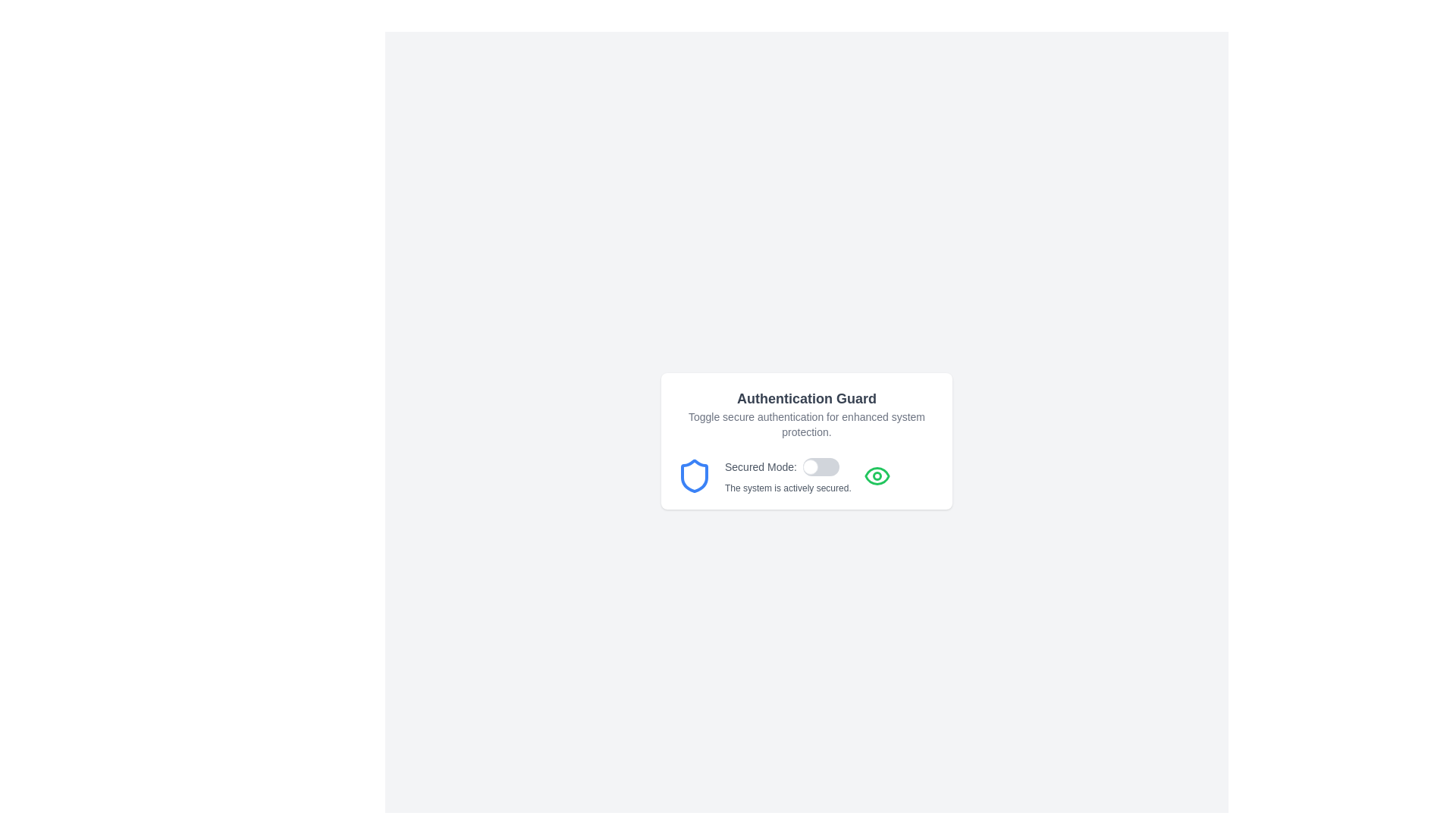 The height and width of the screenshot is (819, 1456). I want to click on static informational label indicating that the system is currently in a secured state, located below the 'Secured Mode' toggle switch, so click(788, 488).